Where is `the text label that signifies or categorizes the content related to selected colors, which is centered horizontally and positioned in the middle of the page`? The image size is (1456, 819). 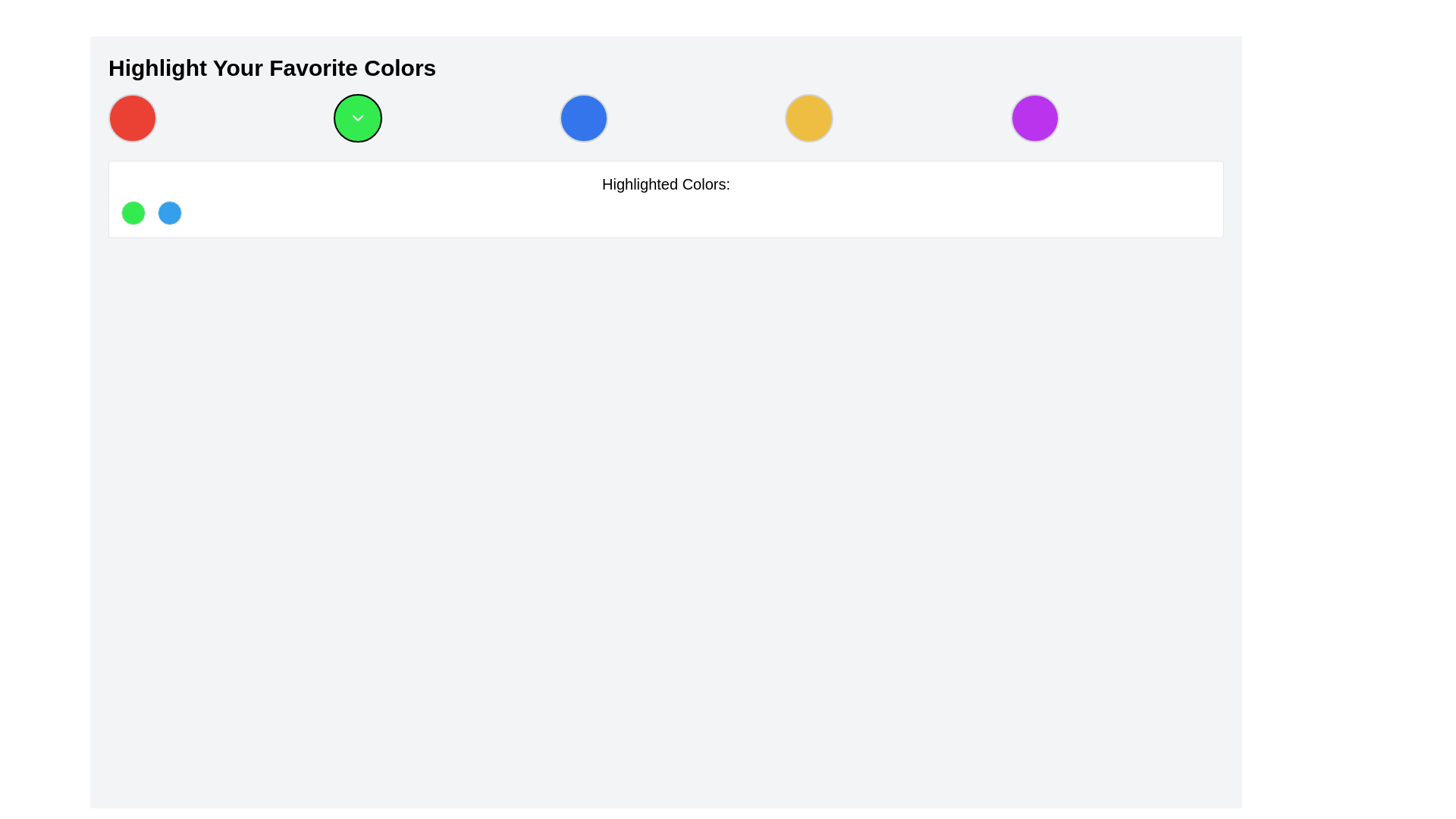 the text label that signifies or categorizes the content related to selected colors, which is centered horizontally and positioned in the middle of the page is located at coordinates (666, 184).